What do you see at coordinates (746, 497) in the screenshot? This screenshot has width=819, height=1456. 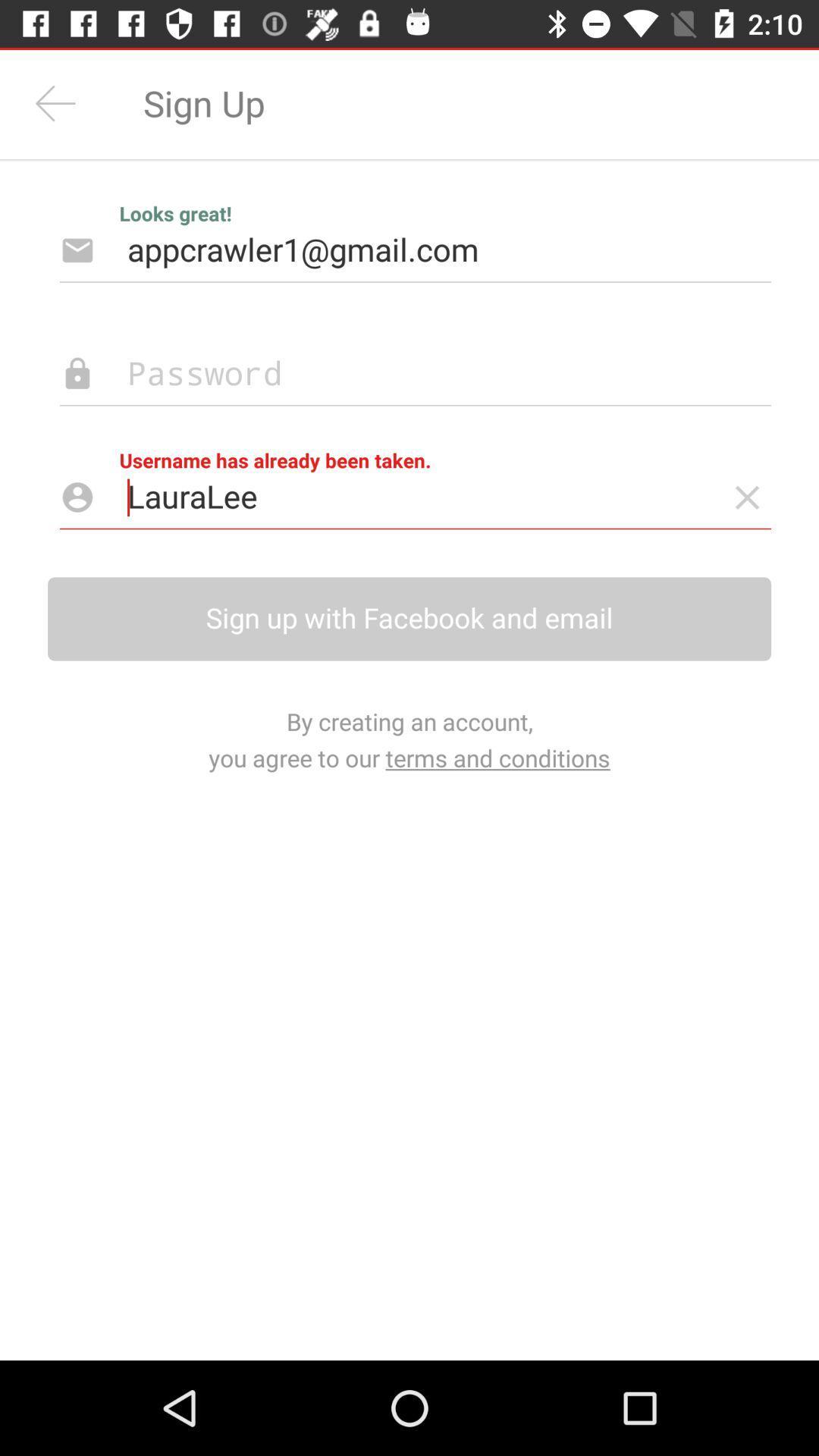 I see `usename has already beed taken` at bounding box center [746, 497].